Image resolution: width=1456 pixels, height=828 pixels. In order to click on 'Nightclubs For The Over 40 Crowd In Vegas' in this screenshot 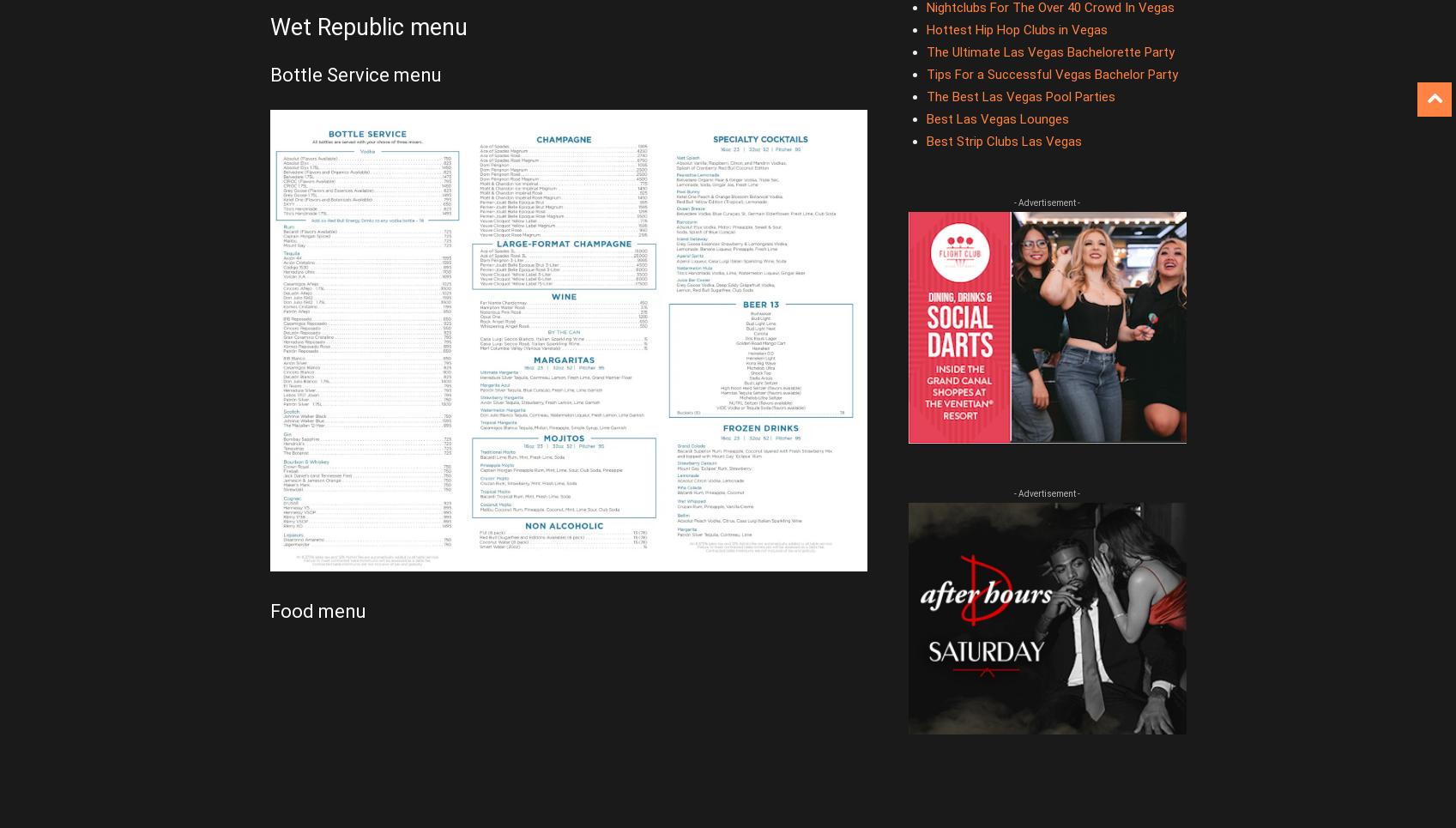, I will do `click(1048, 6)`.